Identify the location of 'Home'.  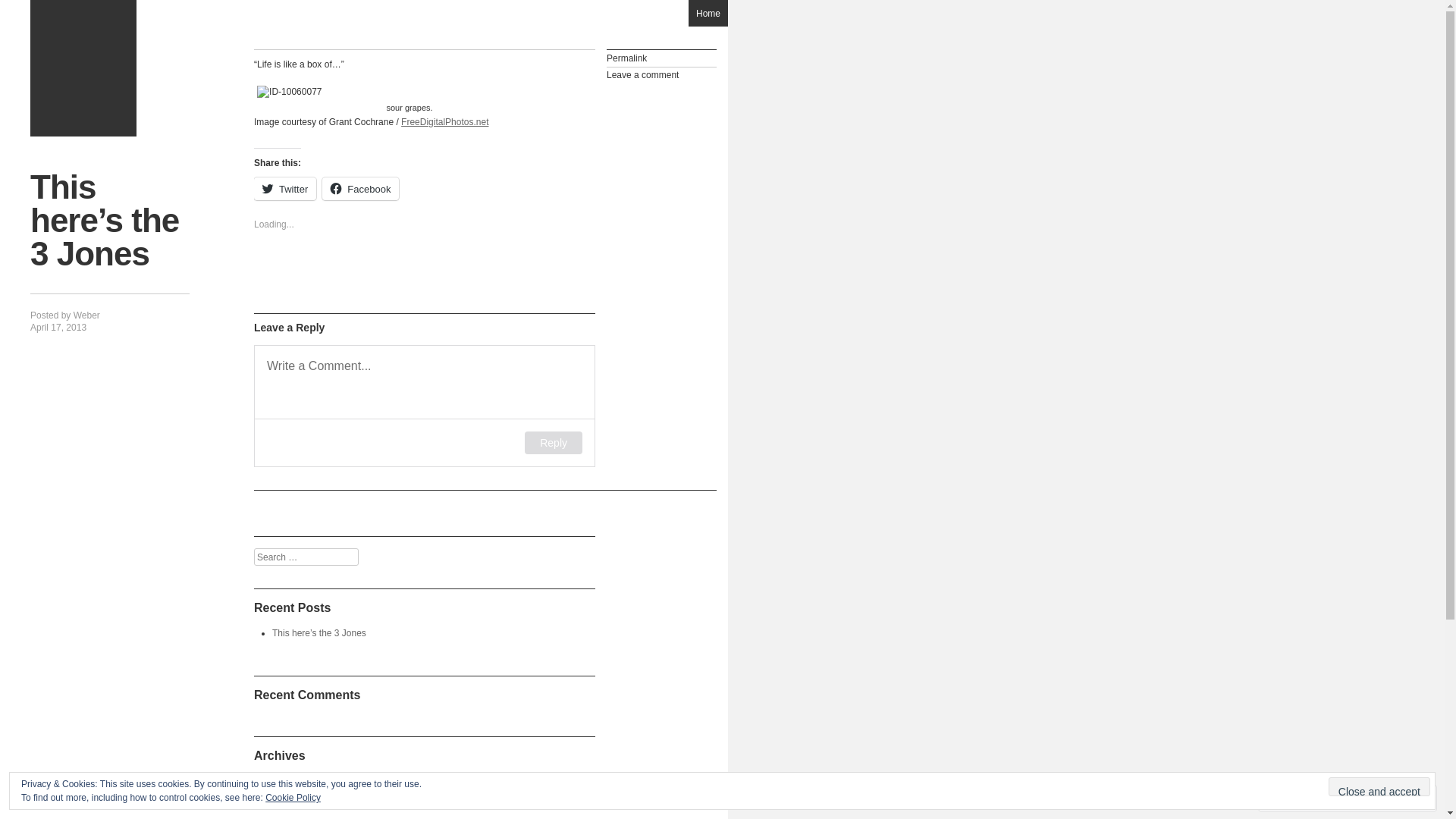
(708, 13).